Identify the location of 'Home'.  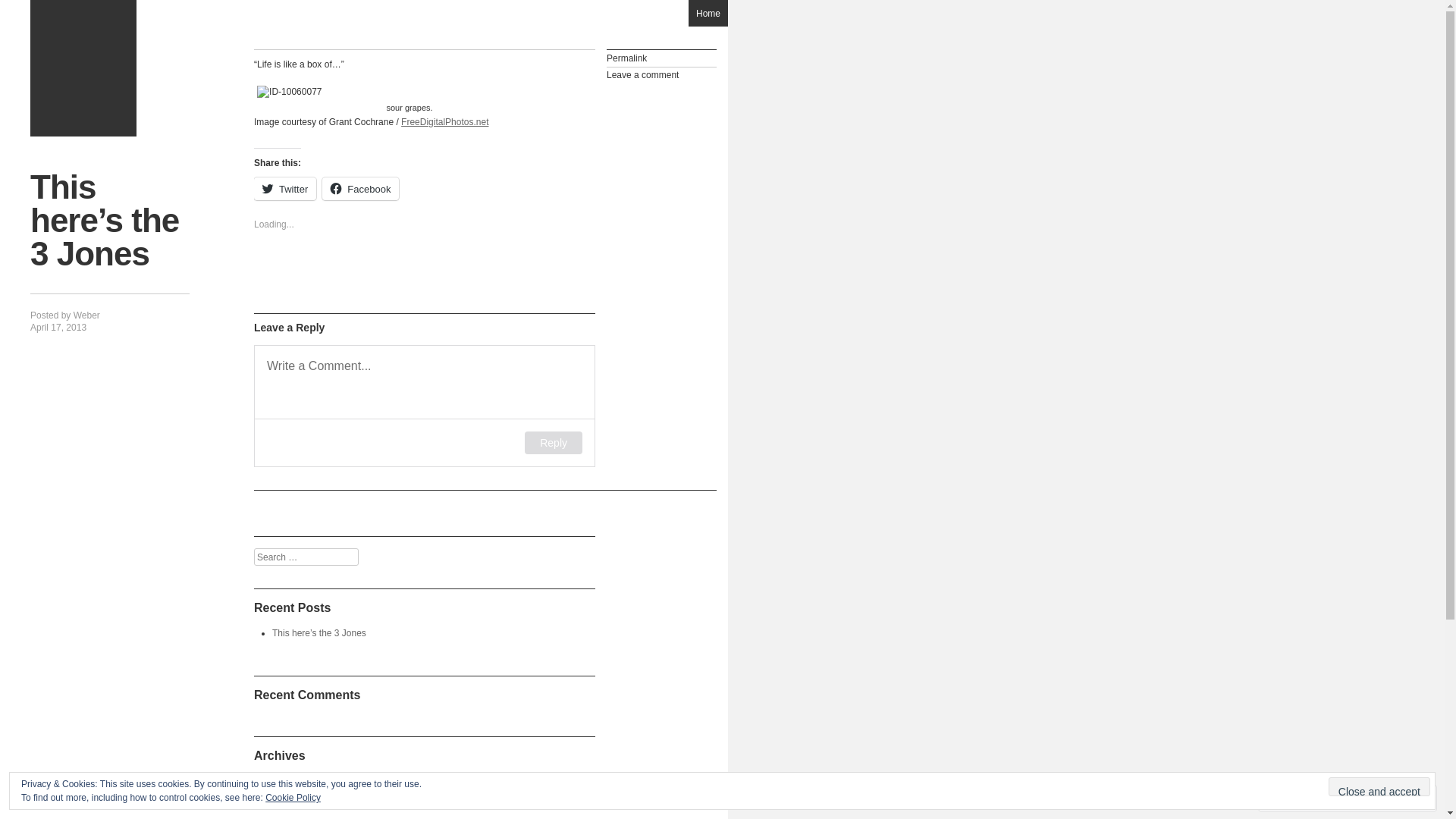
(708, 13).